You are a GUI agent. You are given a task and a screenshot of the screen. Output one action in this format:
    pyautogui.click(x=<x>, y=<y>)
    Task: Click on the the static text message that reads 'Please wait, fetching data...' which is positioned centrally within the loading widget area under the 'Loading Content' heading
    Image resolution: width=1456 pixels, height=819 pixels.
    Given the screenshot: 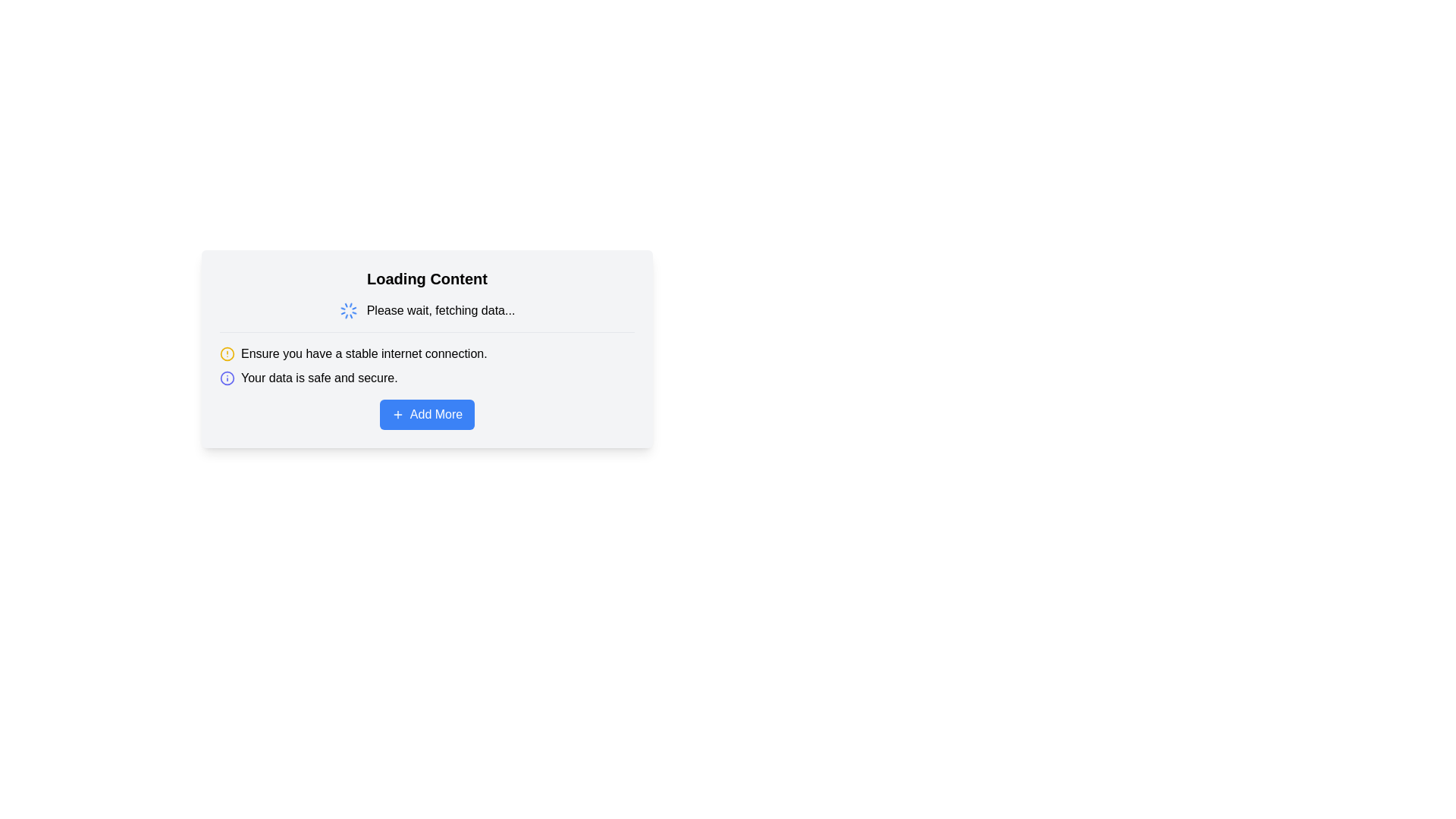 What is the action you would take?
    pyautogui.click(x=440, y=309)
    